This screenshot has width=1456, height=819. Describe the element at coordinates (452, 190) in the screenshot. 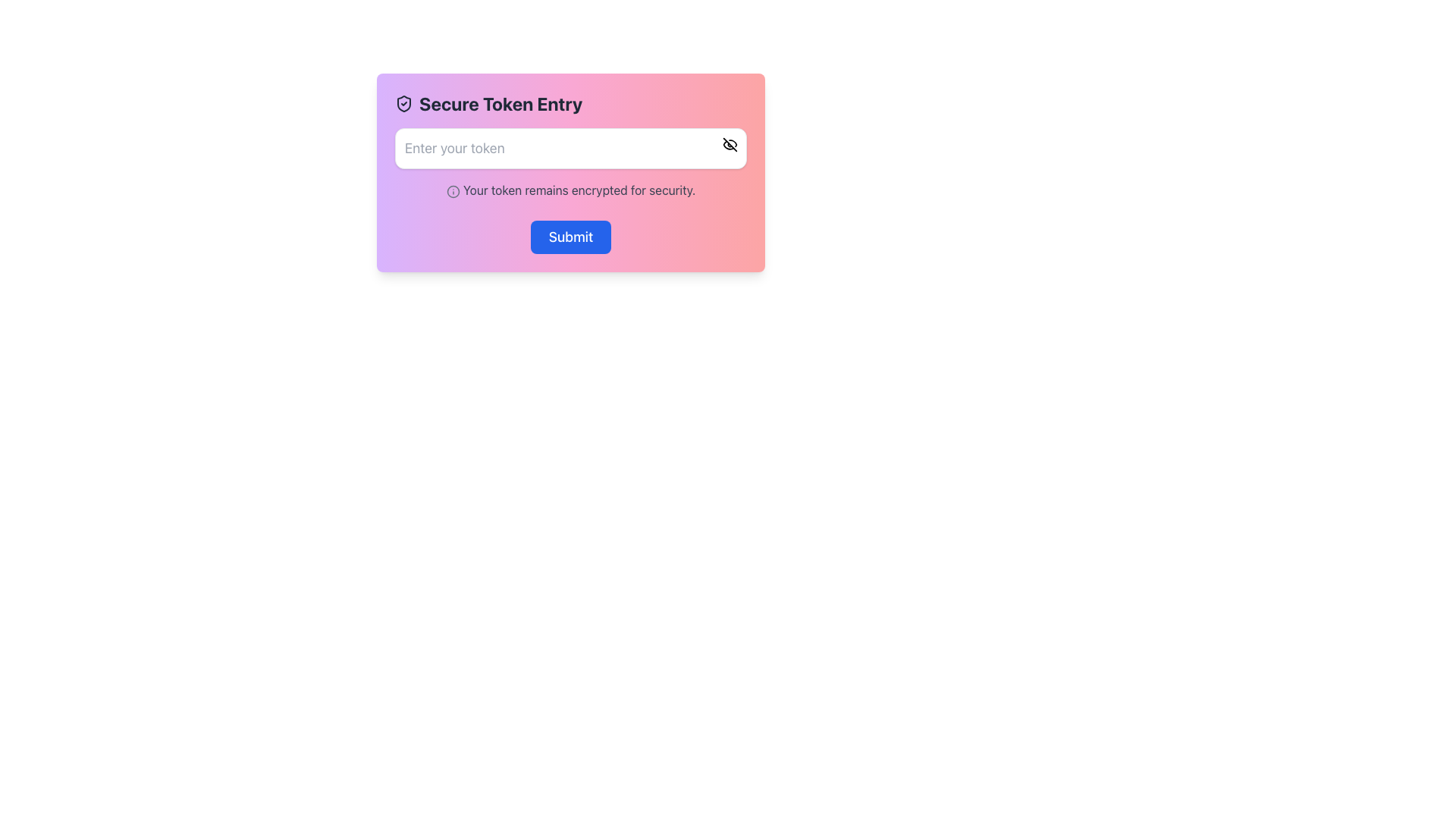

I see `the circular outline icon with a light gray stroke color located to the left of the 'Secure Token Entry' text` at that location.